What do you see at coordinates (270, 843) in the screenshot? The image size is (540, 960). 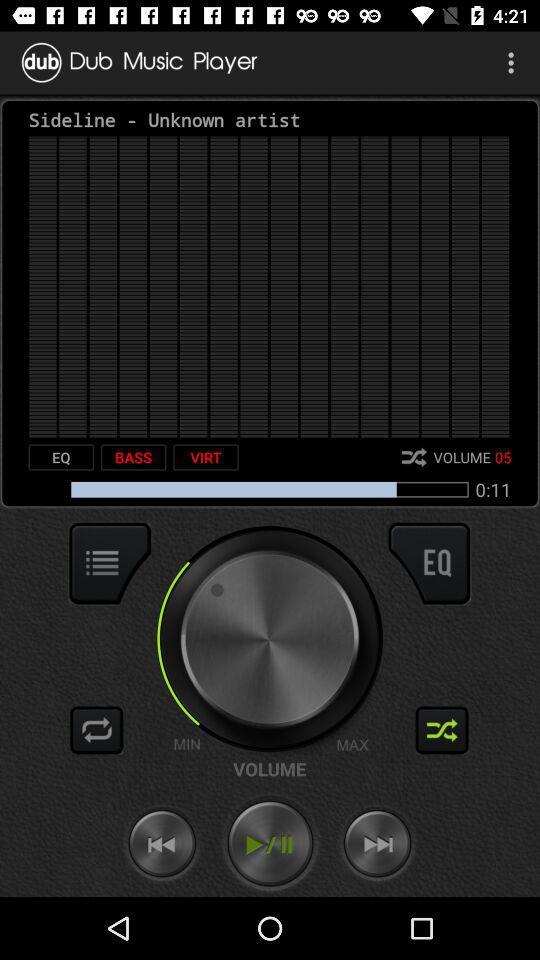 I see `or pause option` at bounding box center [270, 843].